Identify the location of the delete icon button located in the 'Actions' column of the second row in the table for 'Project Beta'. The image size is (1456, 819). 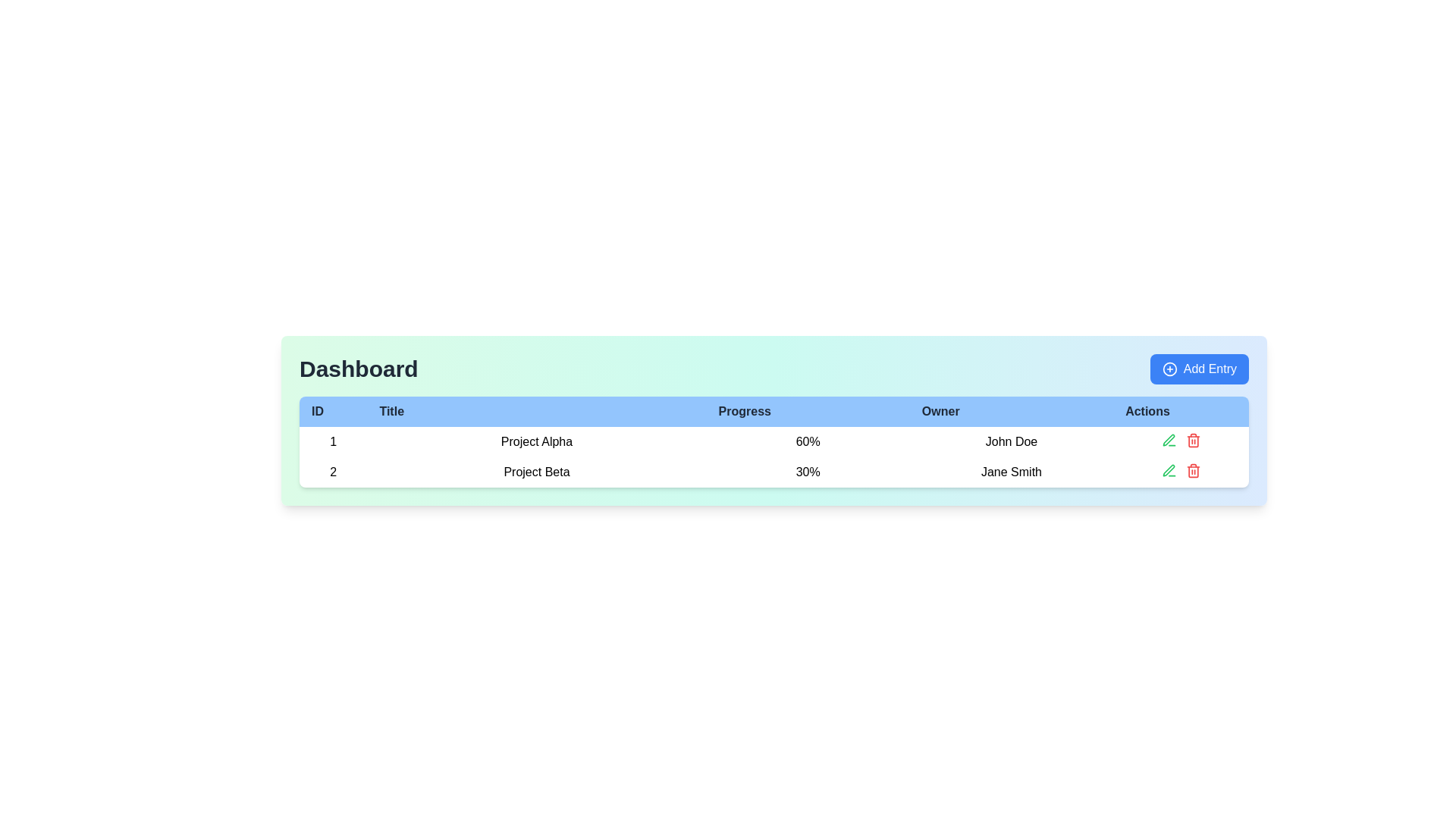
(1192, 441).